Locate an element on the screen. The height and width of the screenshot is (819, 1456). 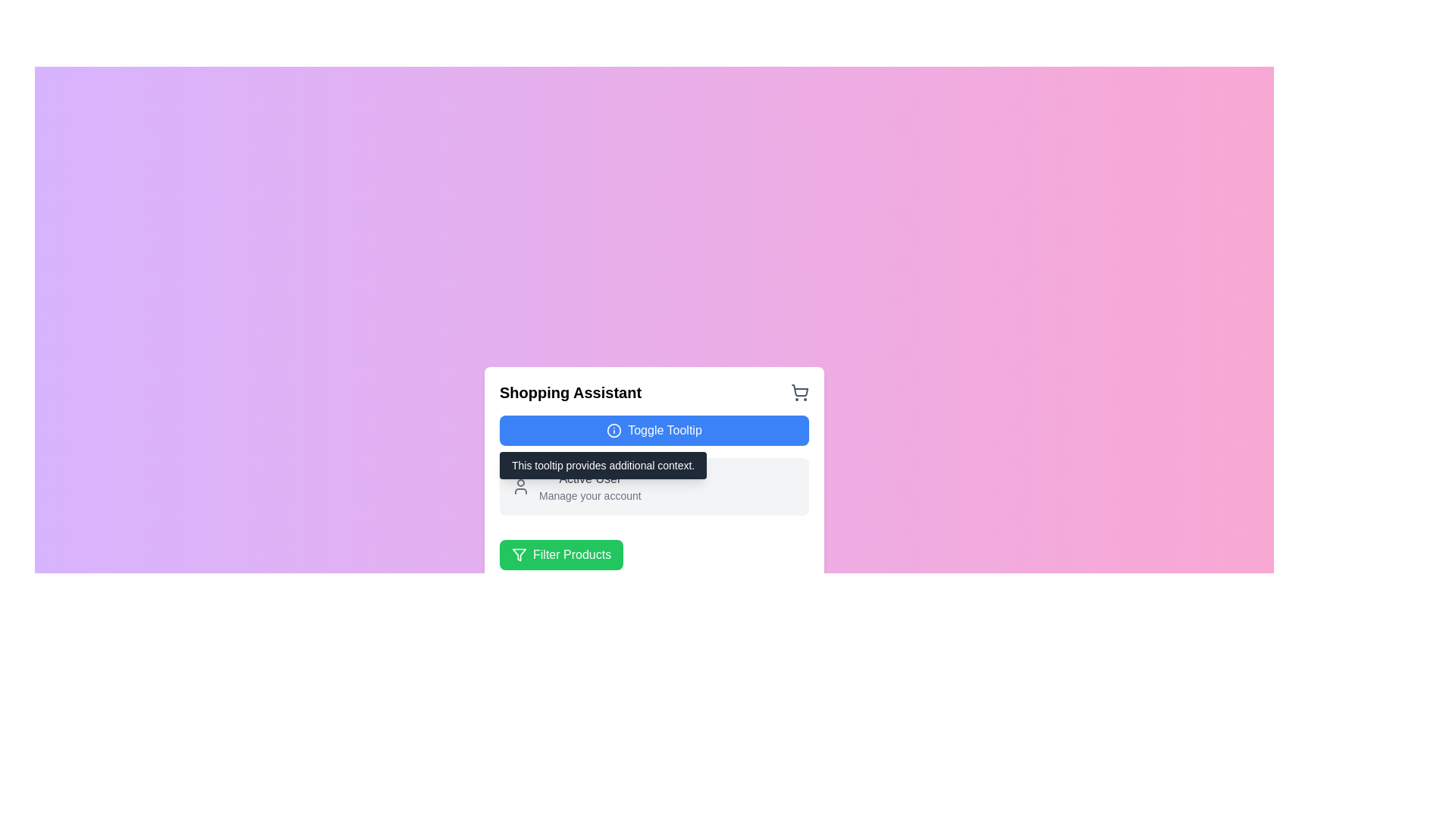
the tooltip that provides additional context or information, positioned directly below the 'Toggle Tooltip' button is located at coordinates (602, 464).